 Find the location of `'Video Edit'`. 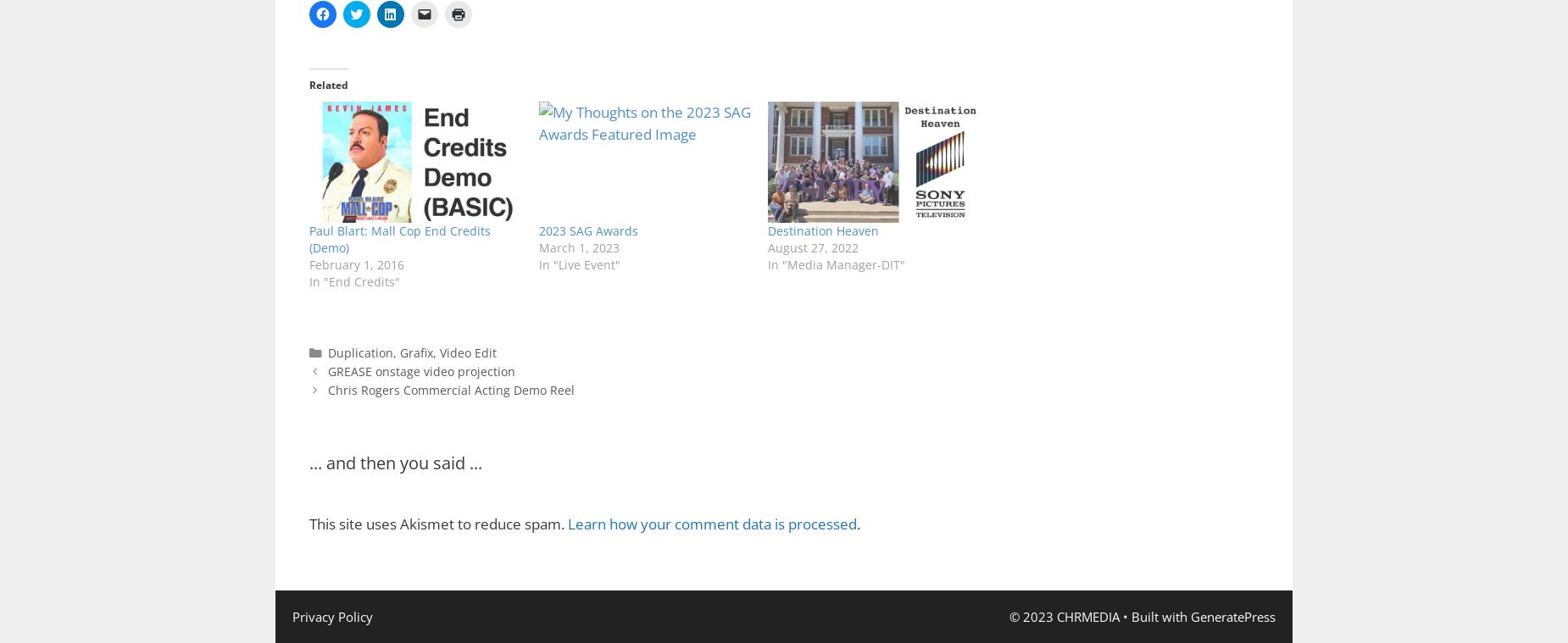

'Video Edit' is located at coordinates (467, 352).